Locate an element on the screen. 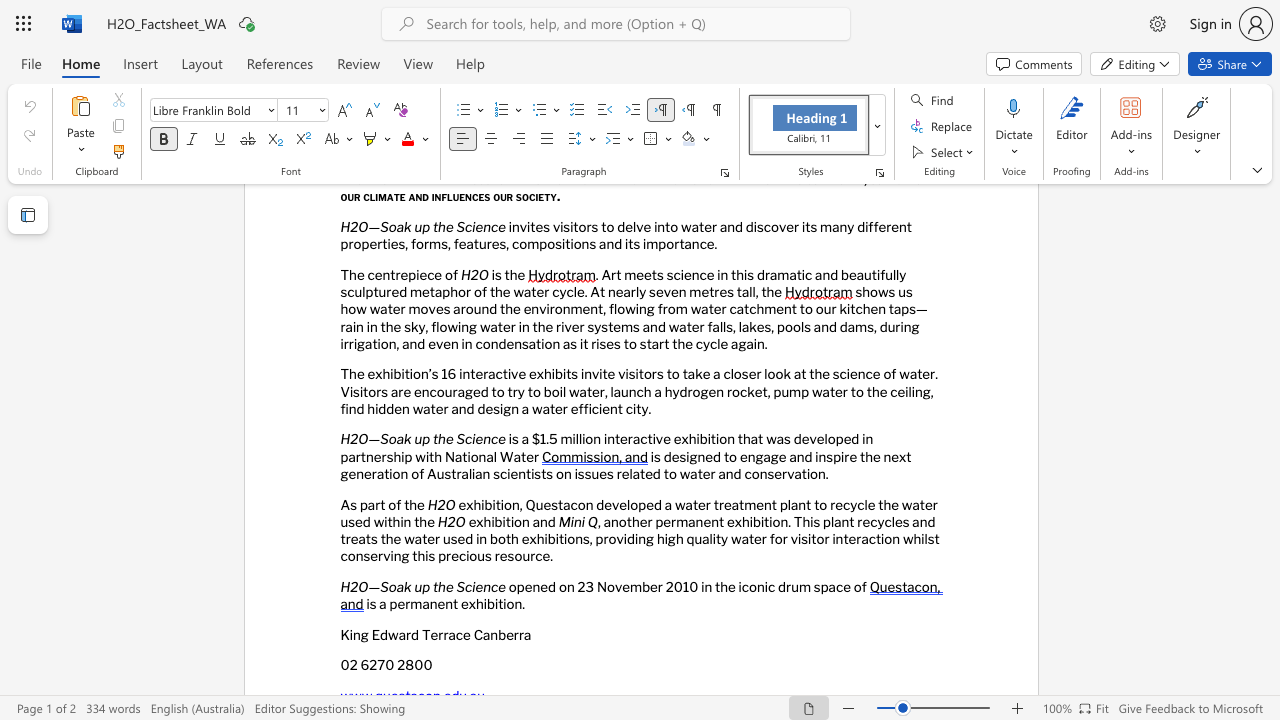 This screenshot has width=1280, height=720. the subset text "en" within the text "H2O—Soak up the Science" is located at coordinates (474, 585).